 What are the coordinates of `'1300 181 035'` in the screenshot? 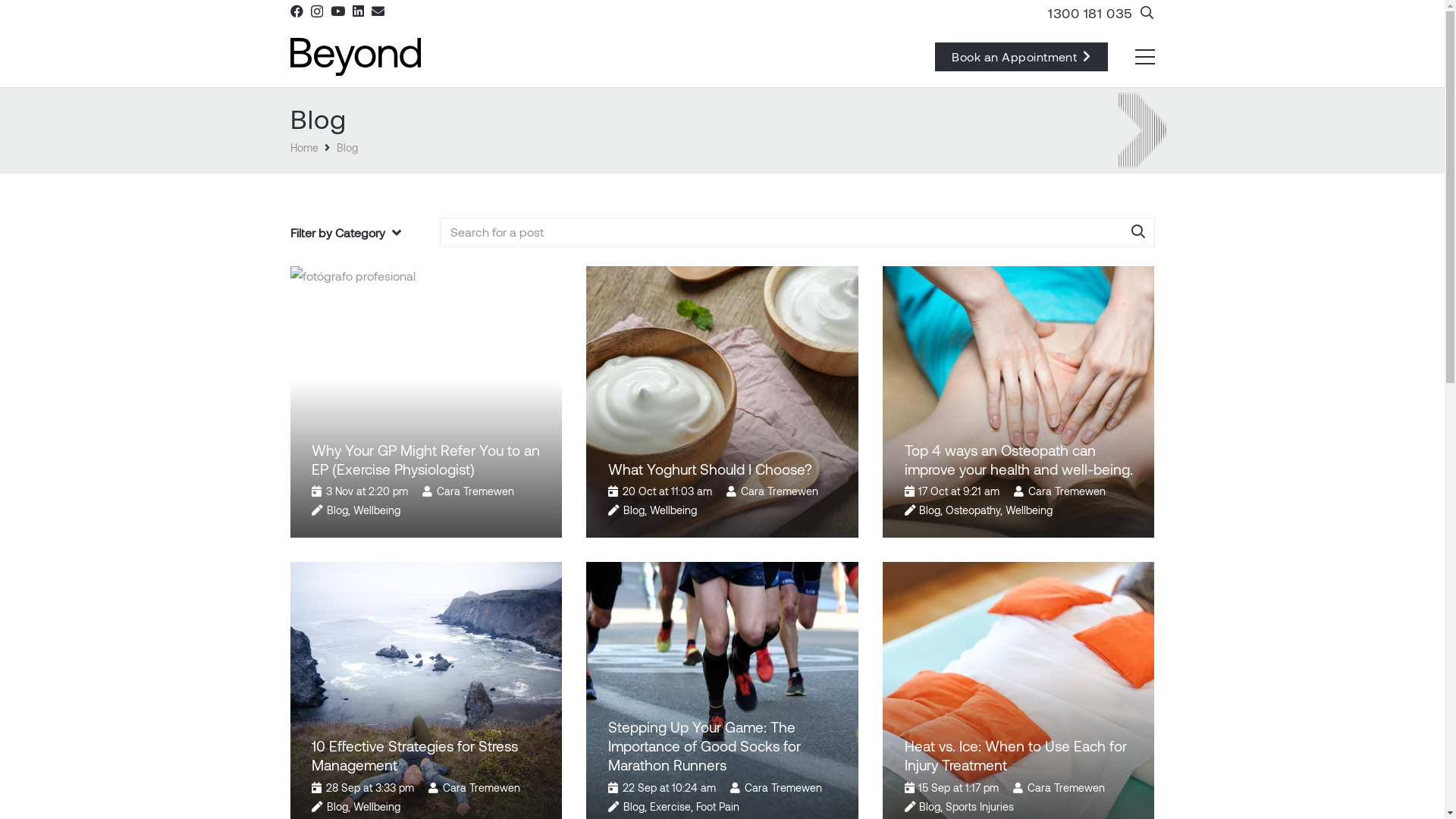 It's located at (1089, 12).